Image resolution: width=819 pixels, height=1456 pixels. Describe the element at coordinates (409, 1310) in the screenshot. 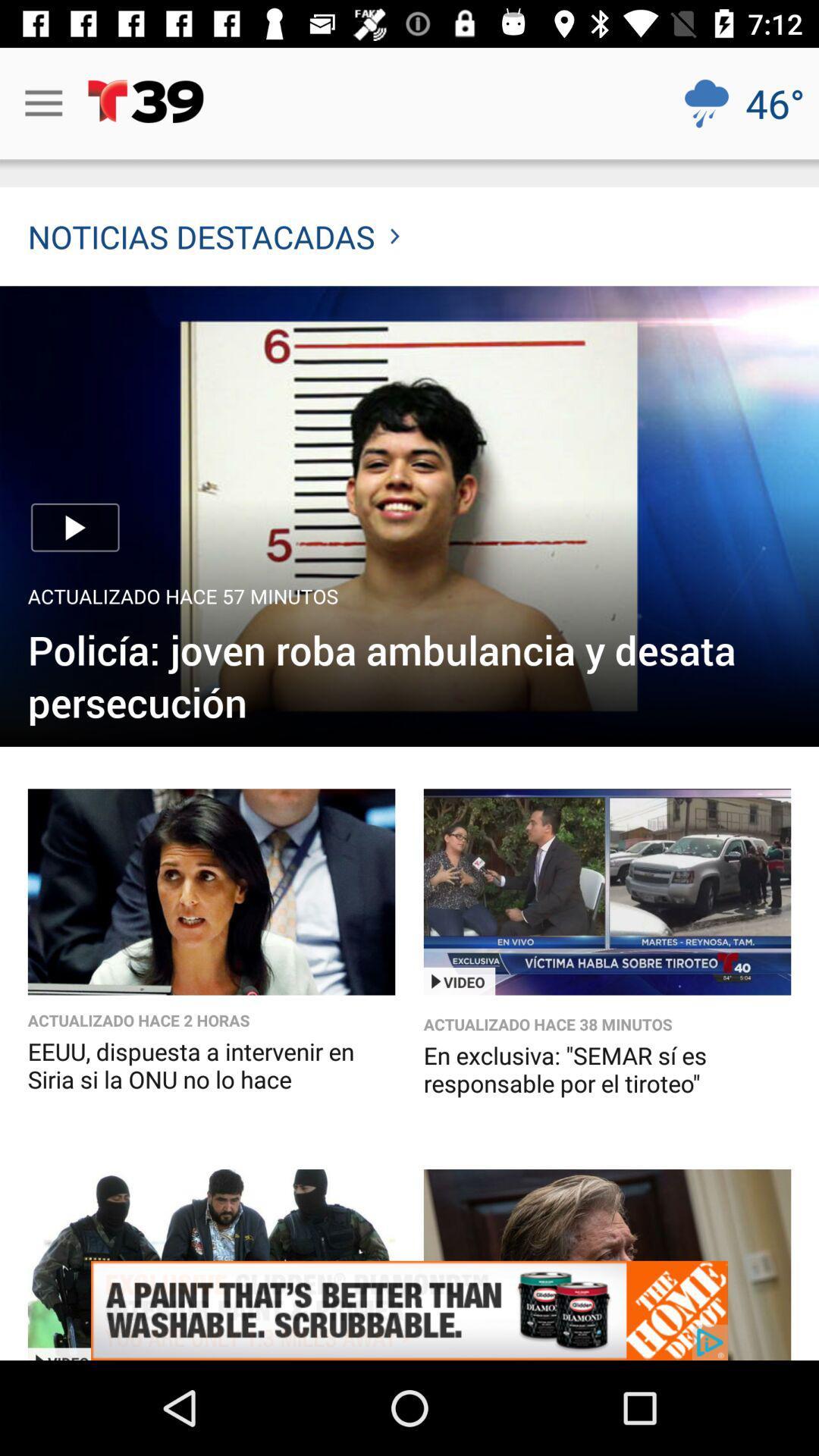

I see `icon below en exclusiva semar item` at that location.